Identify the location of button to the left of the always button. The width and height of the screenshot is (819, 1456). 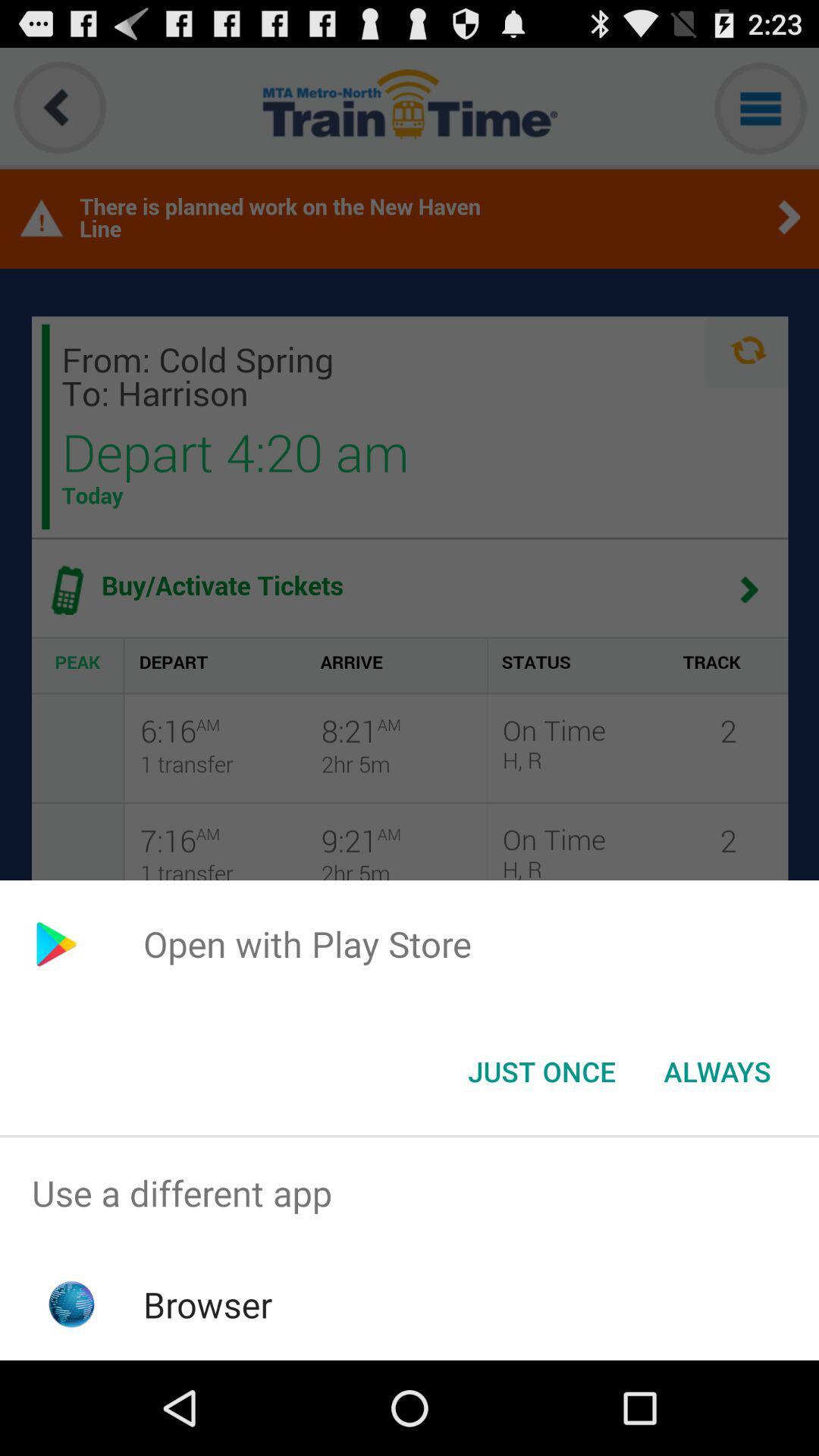
(541, 1070).